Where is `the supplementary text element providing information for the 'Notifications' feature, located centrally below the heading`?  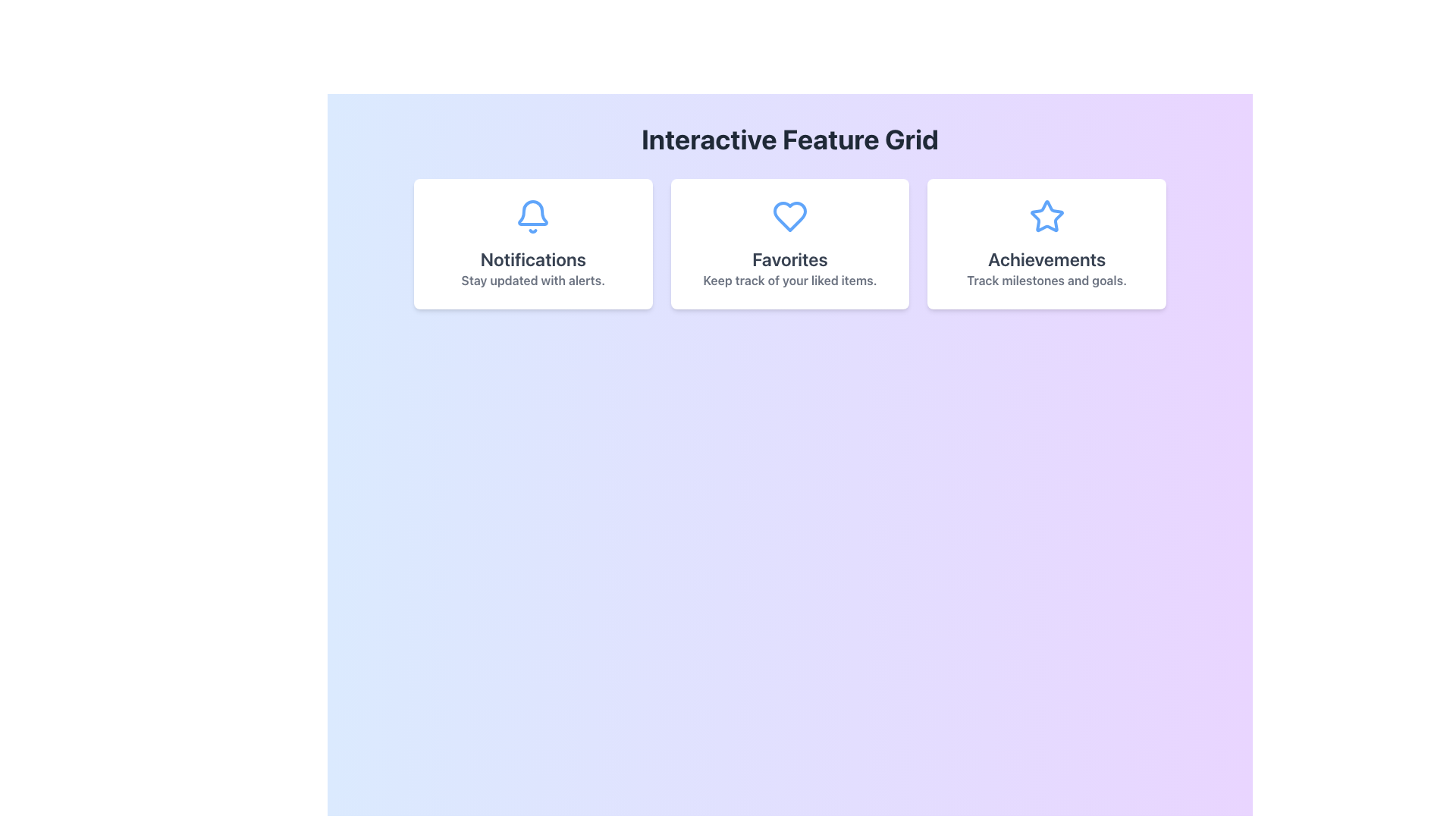 the supplementary text element providing information for the 'Notifications' feature, located centrally below the heading is located at coordinates (533, 281).